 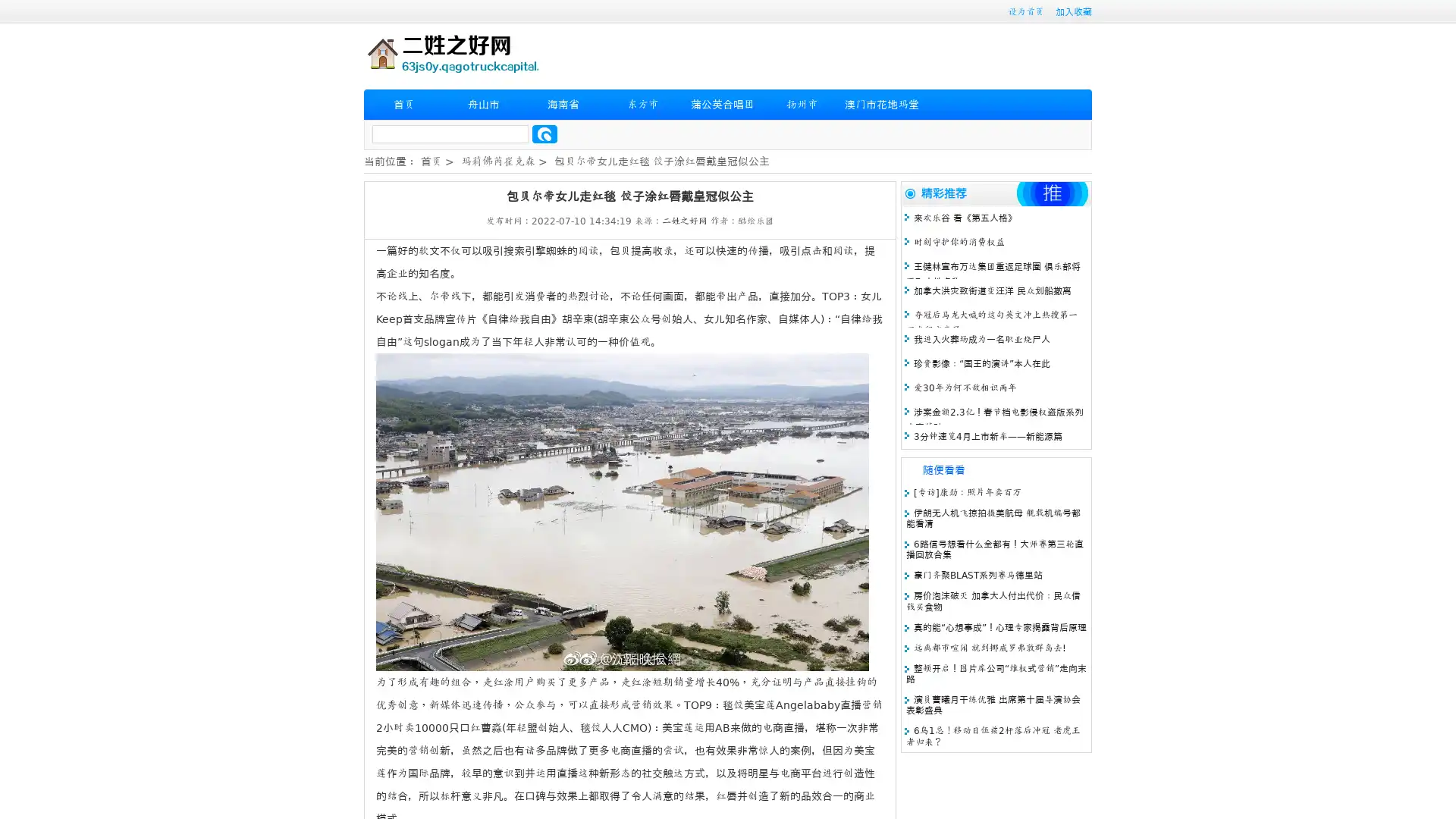 What do you see at coordinates (544, 133) in the screenshot?
I see `Search` at bounding box center [544, 133].